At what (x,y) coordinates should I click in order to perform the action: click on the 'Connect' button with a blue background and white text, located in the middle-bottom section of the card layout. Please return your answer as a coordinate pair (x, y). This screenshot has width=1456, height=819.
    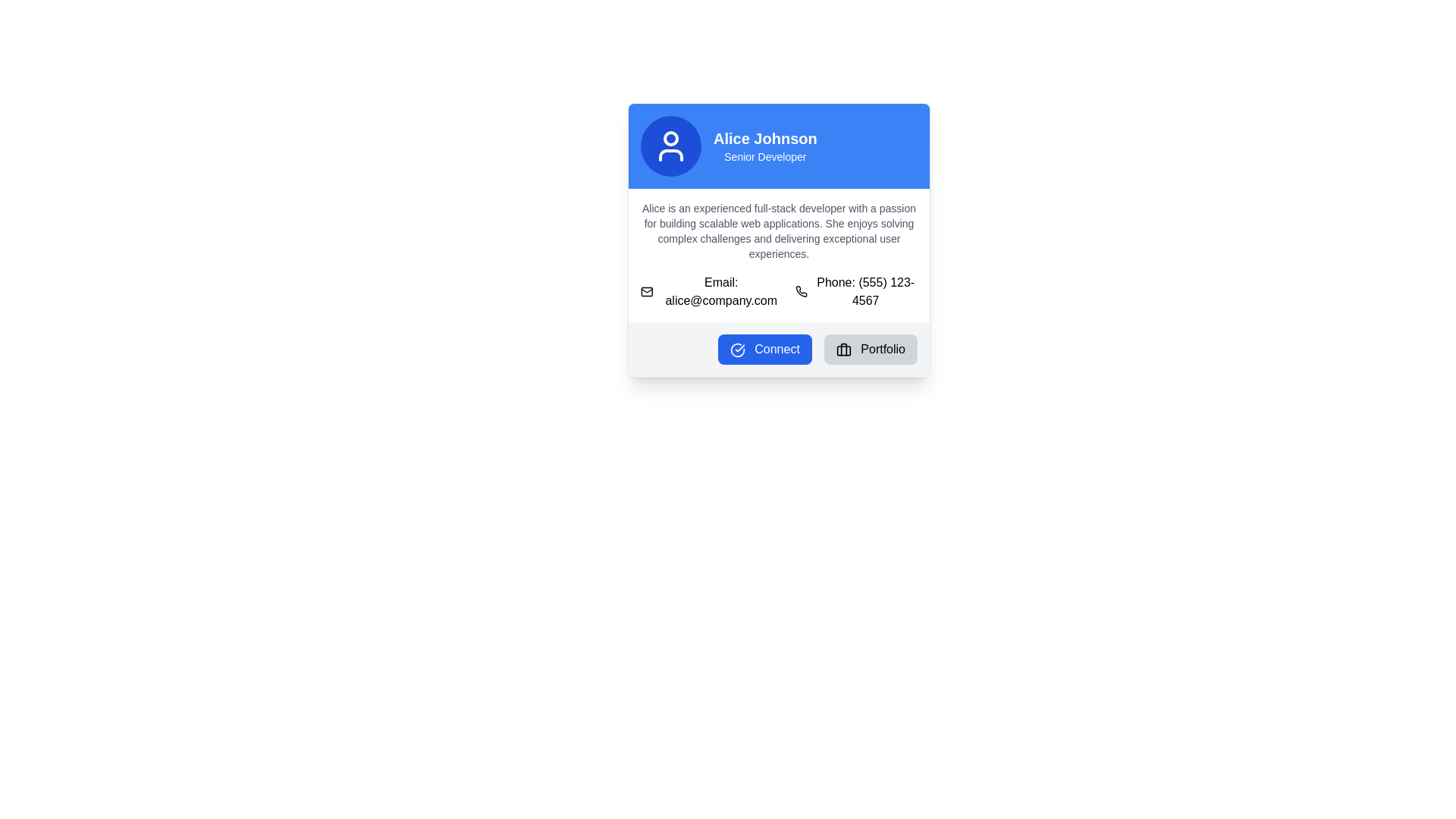
    Looking at the image, I should click on (764, 350).